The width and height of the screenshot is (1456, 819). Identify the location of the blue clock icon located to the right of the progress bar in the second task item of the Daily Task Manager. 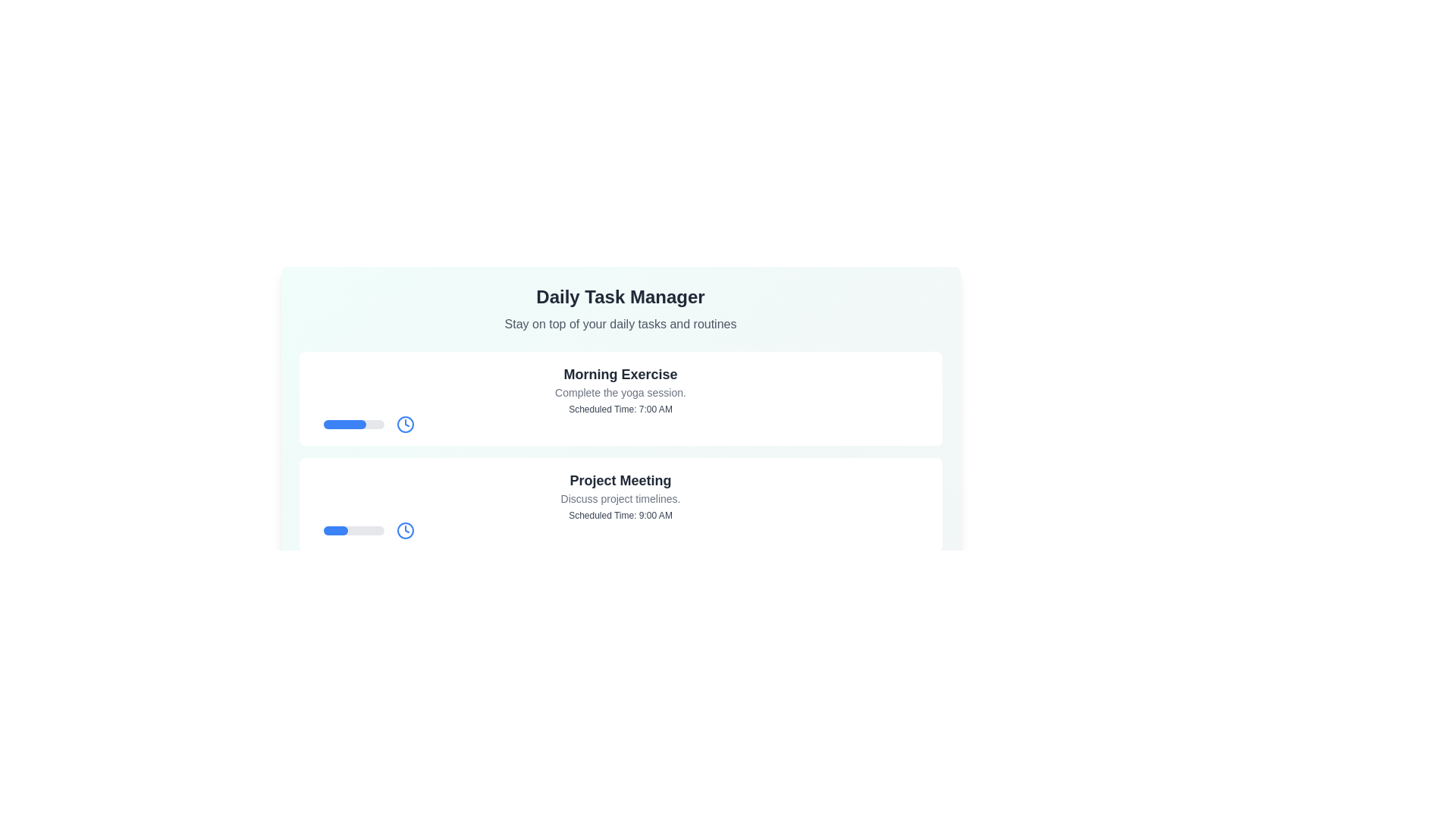
(405, 529).